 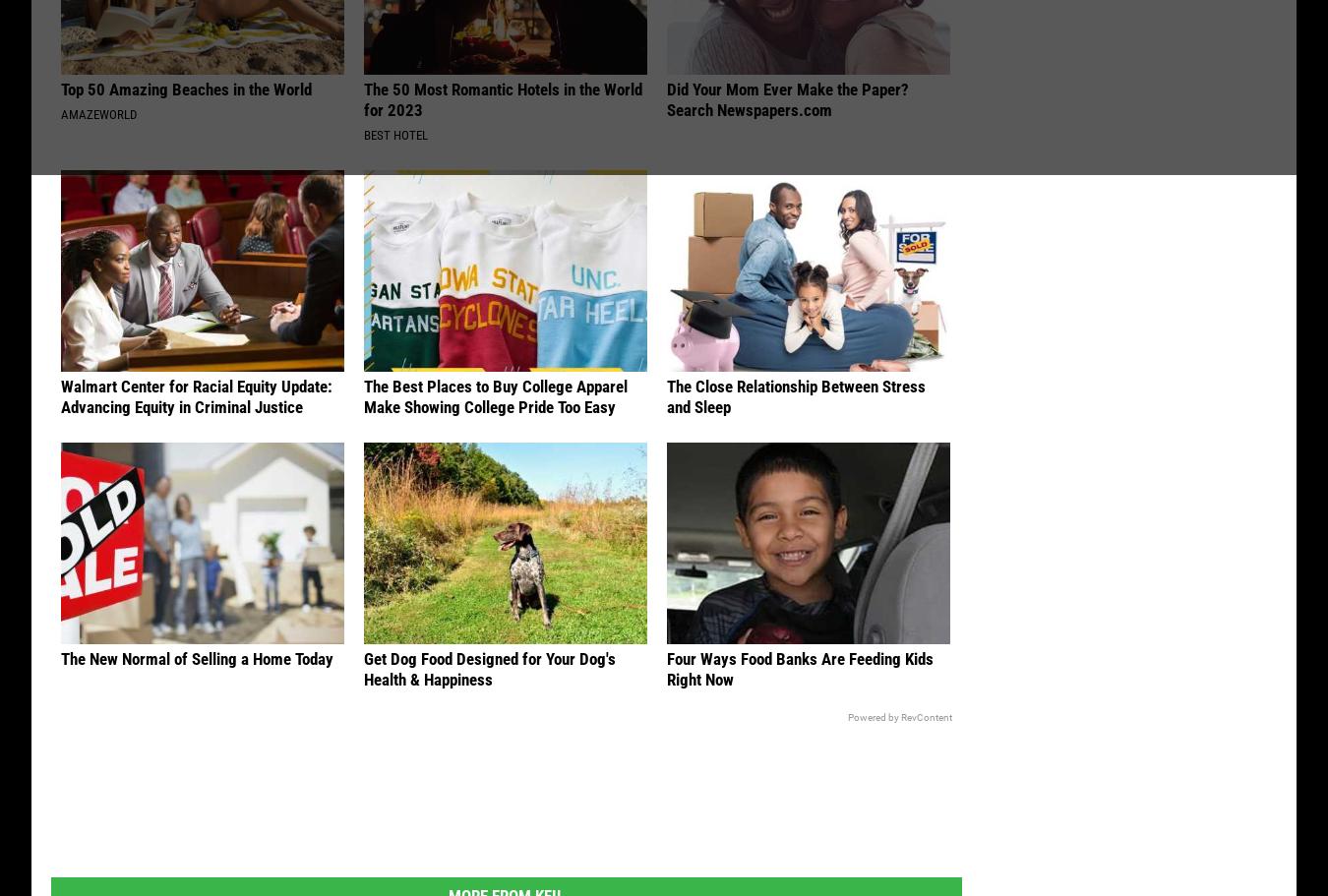 I want to click on 'The Close Relationship Between Stress and Sleep', so click(x=796, y=397).